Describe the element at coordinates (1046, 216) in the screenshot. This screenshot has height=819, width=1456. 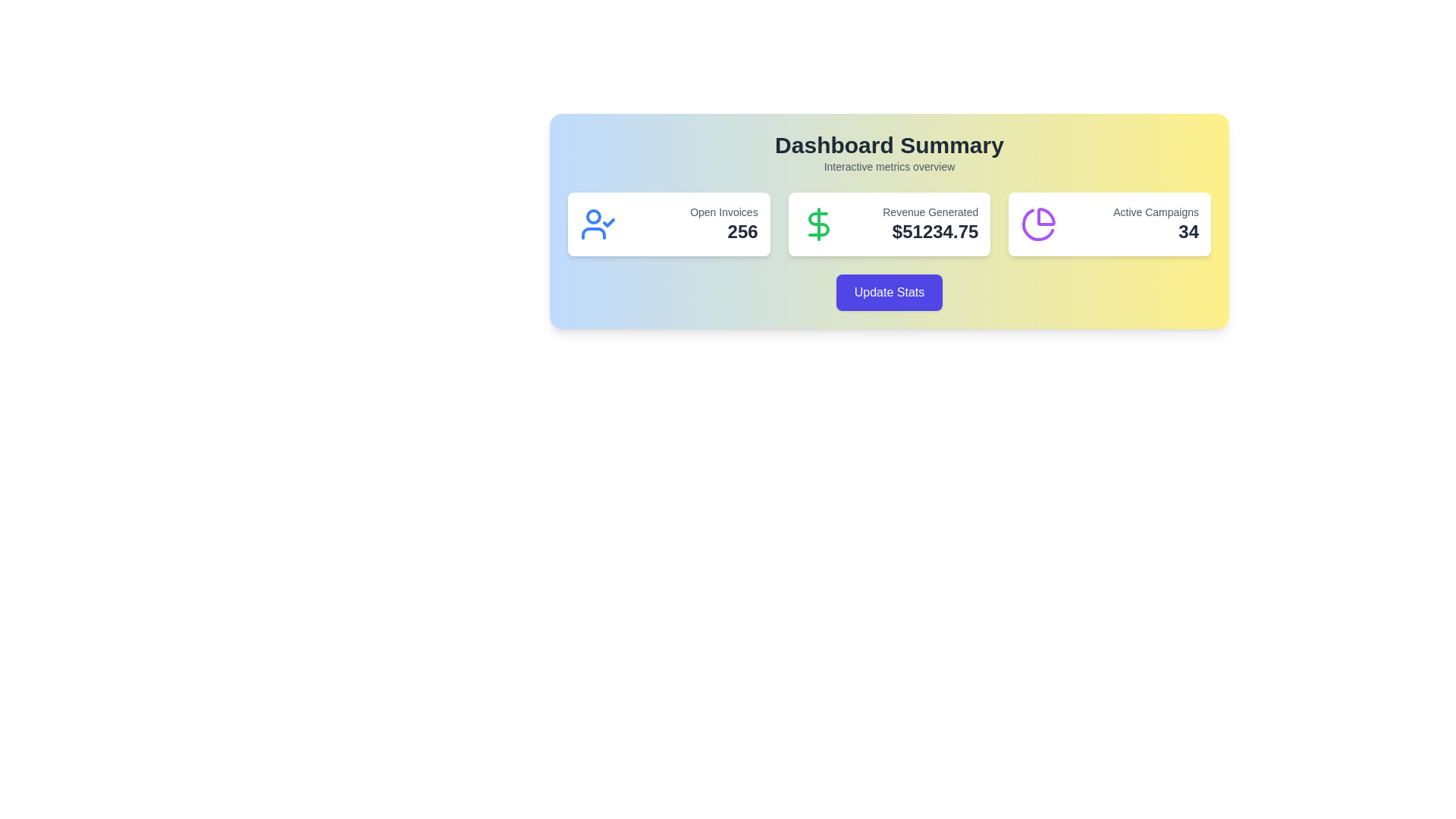
I see `the shaded segment of the pie-chart icon located within the 'Active Campaigns' card` at that location.